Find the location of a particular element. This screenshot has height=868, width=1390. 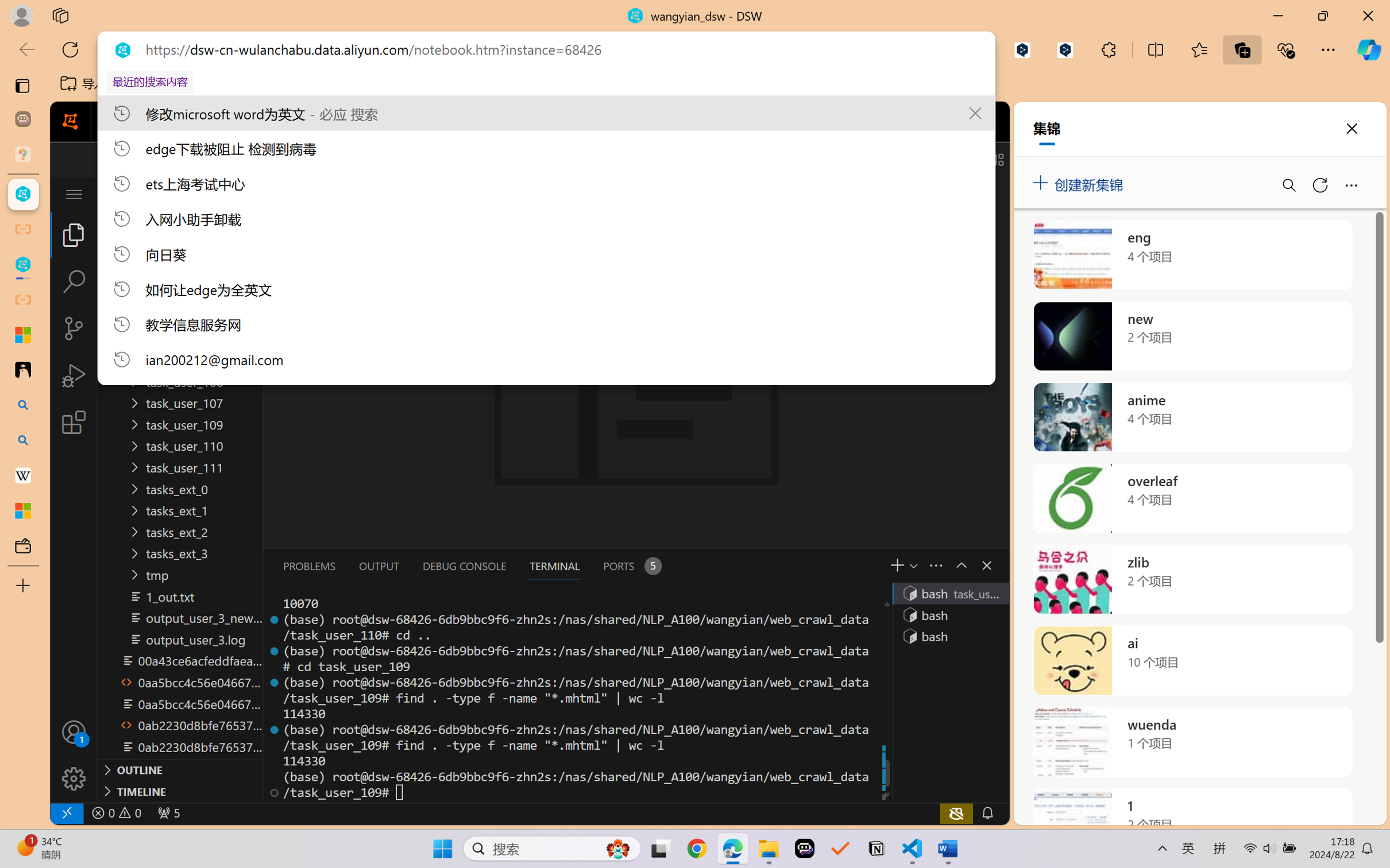

'Class: xterm-decoration-overview-ruler' is located at coordinates (886, 697).